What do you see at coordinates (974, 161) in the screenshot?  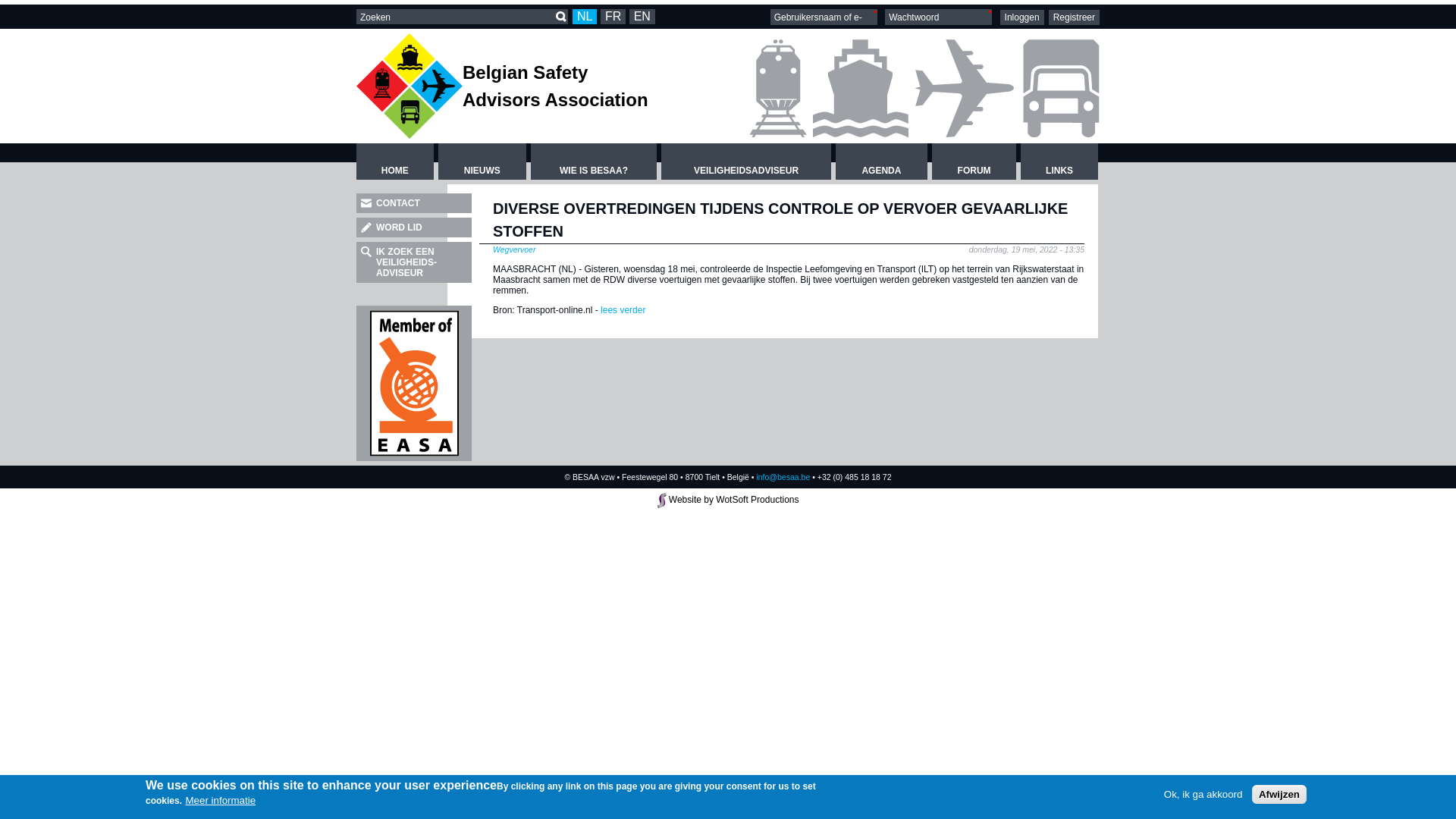 I see `'FORUM'` at bounding box center [974, 161].